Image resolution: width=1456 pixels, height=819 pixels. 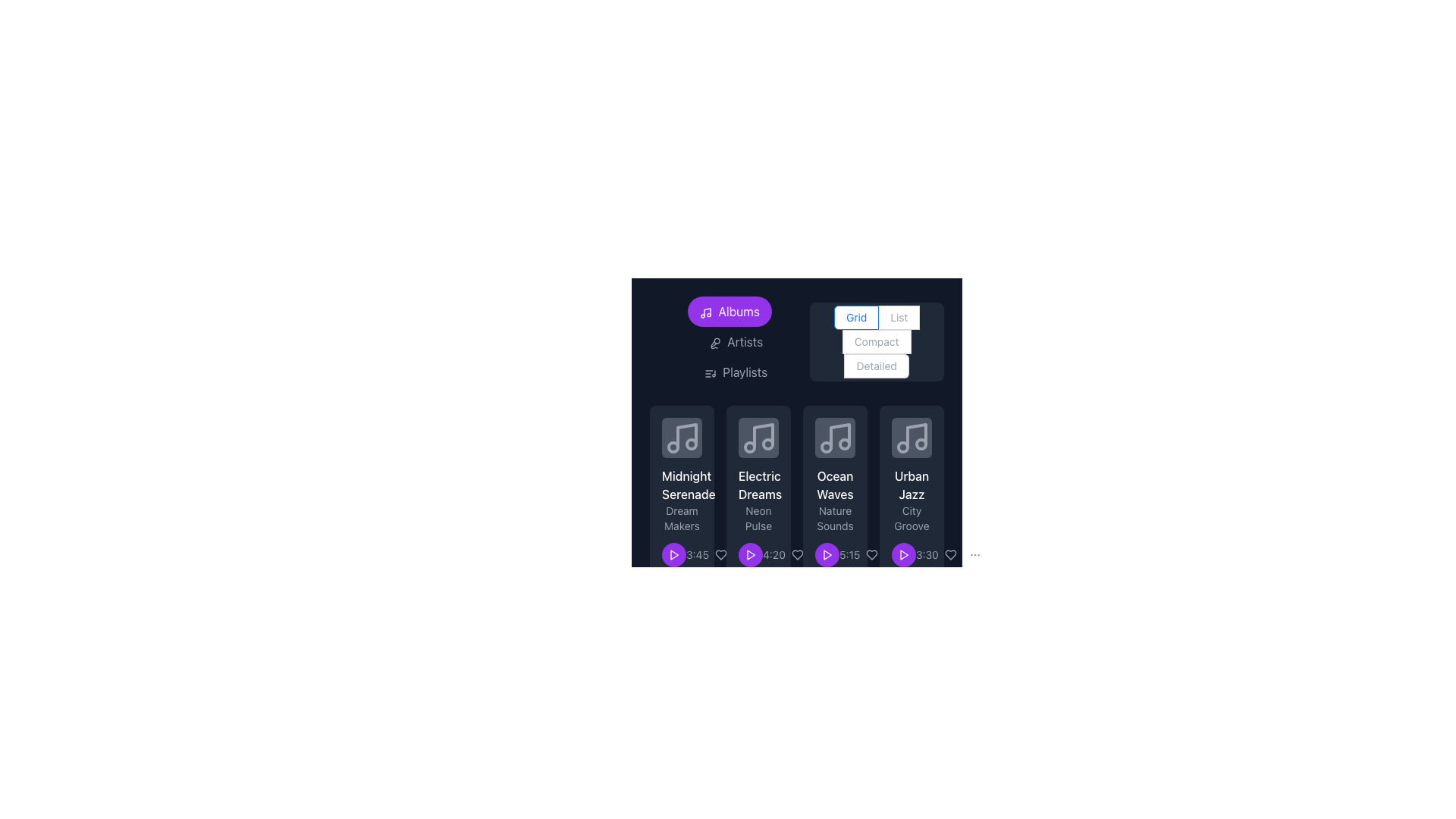 What do you see at coordinates (720, 555) in the screenshot?
I see `the heart icon, which is the third interactive button in the horizontal row beneath the 'Electric Dreams' album, to like the associated album` at bounding box center [720, 555].